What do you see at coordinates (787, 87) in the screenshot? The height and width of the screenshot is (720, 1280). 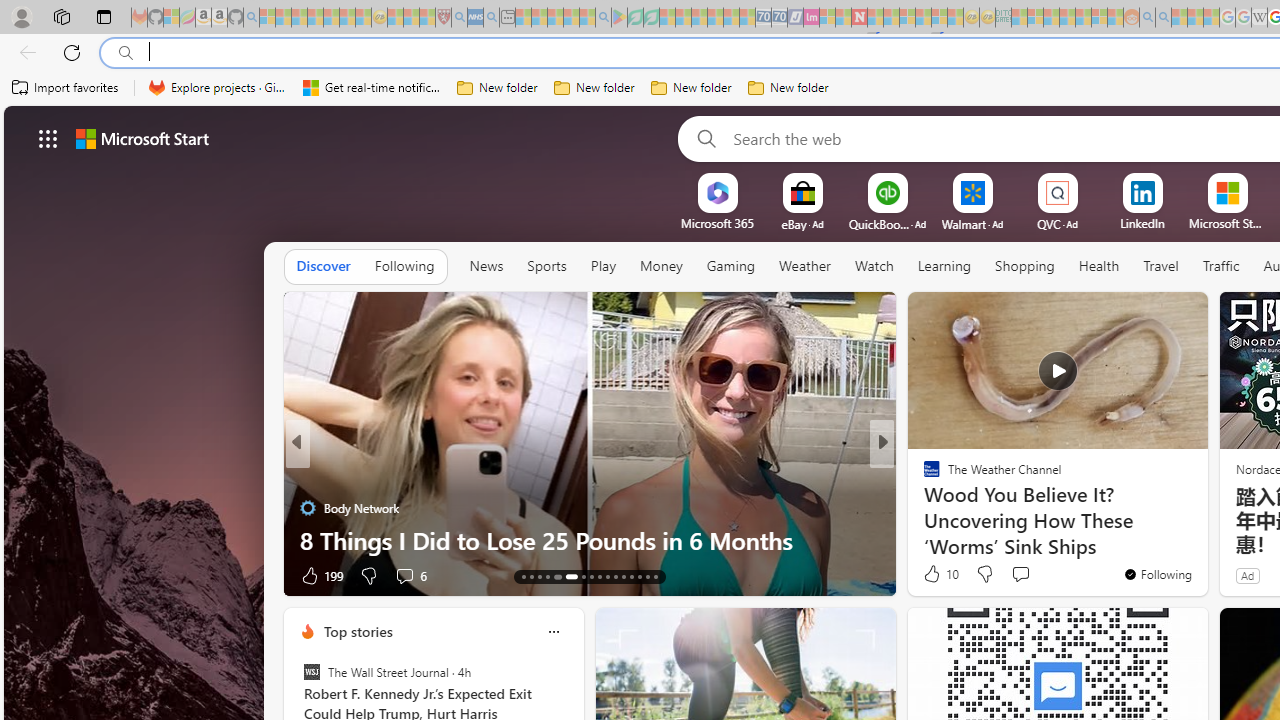 I see `'New folder'` at bounding box center [787, 87].